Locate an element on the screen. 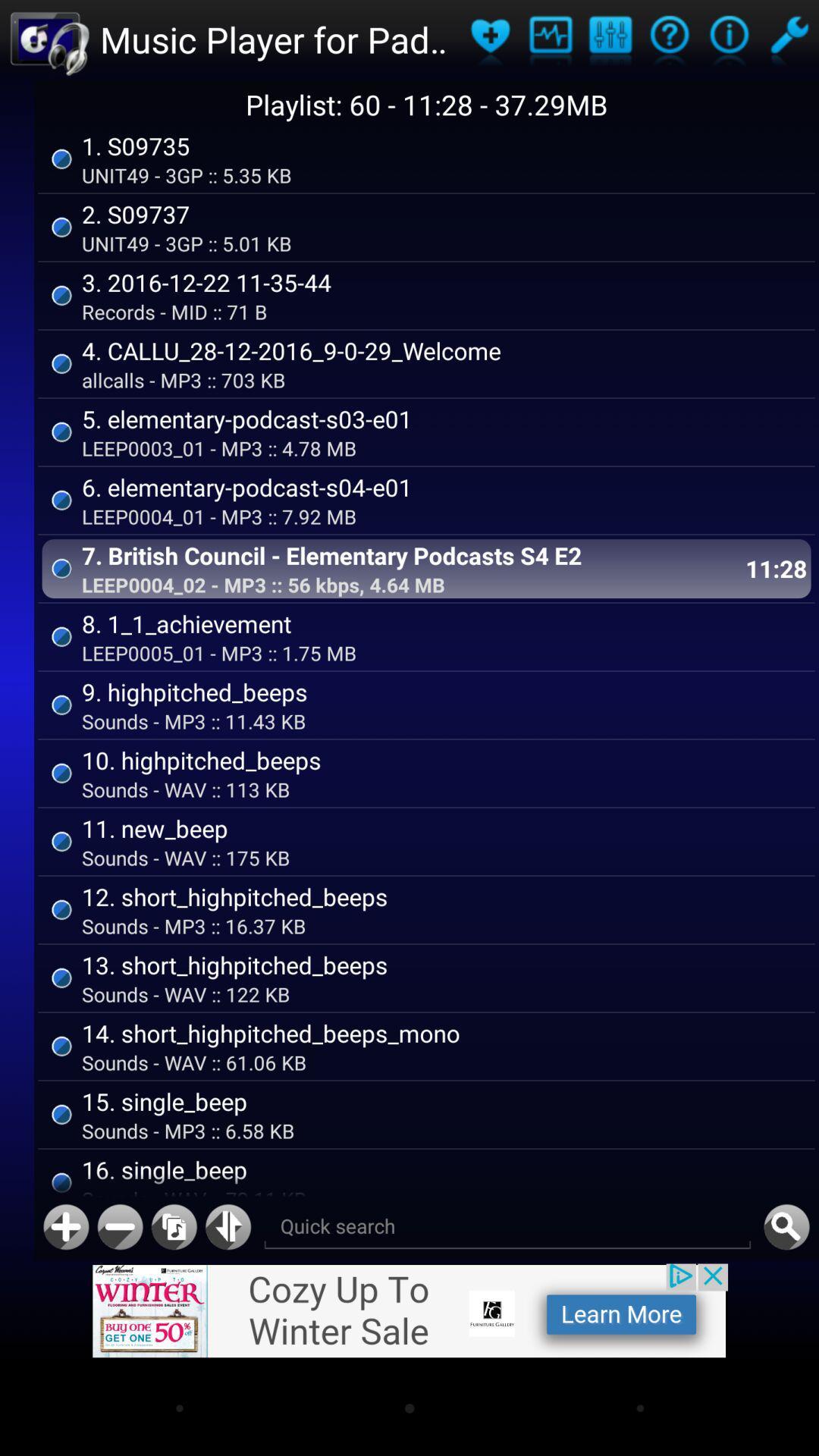  the favorite icon is located at coordinates (490, 42).